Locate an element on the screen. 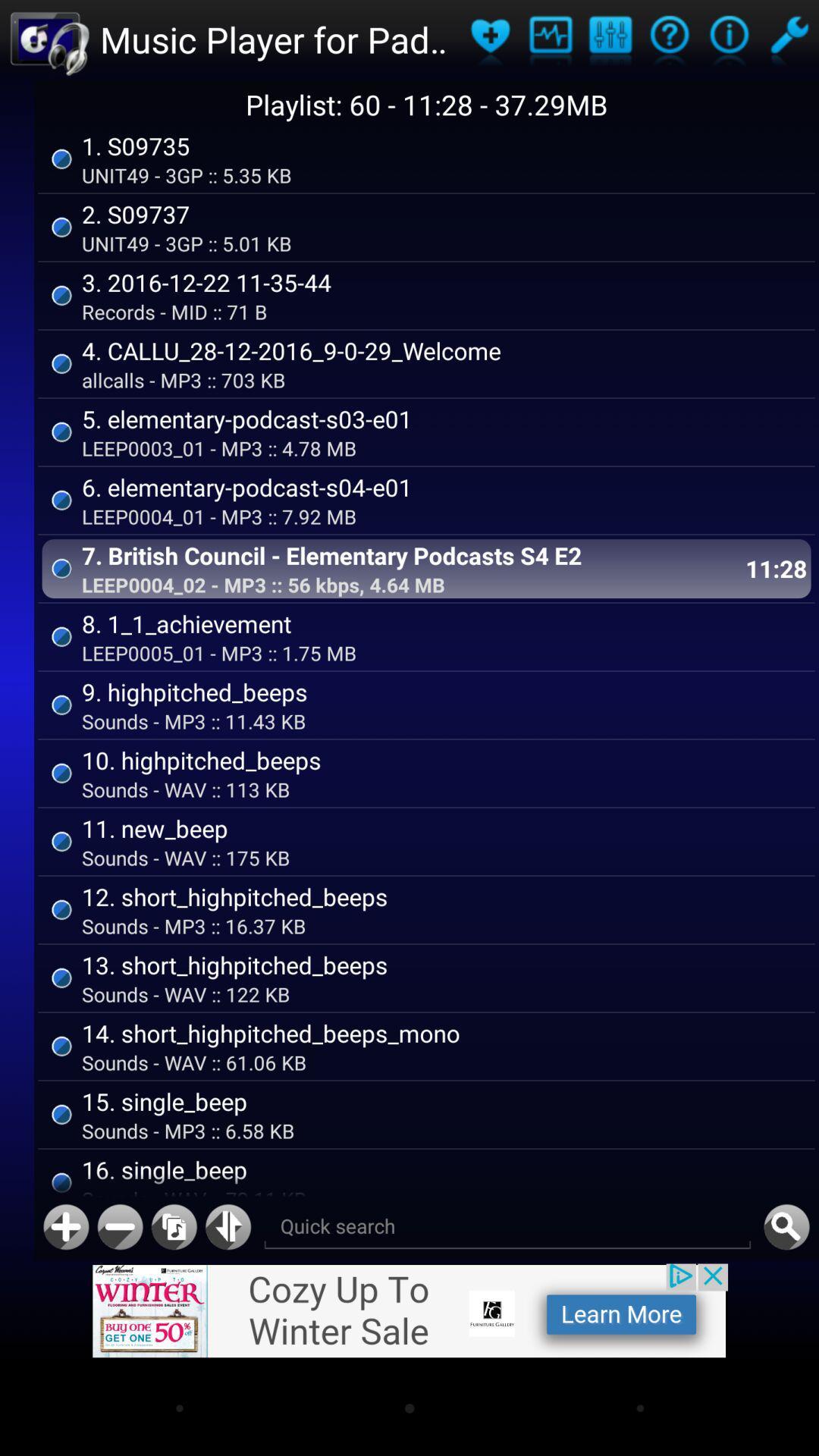  the favorite icon is located at coordinates (490, 42).